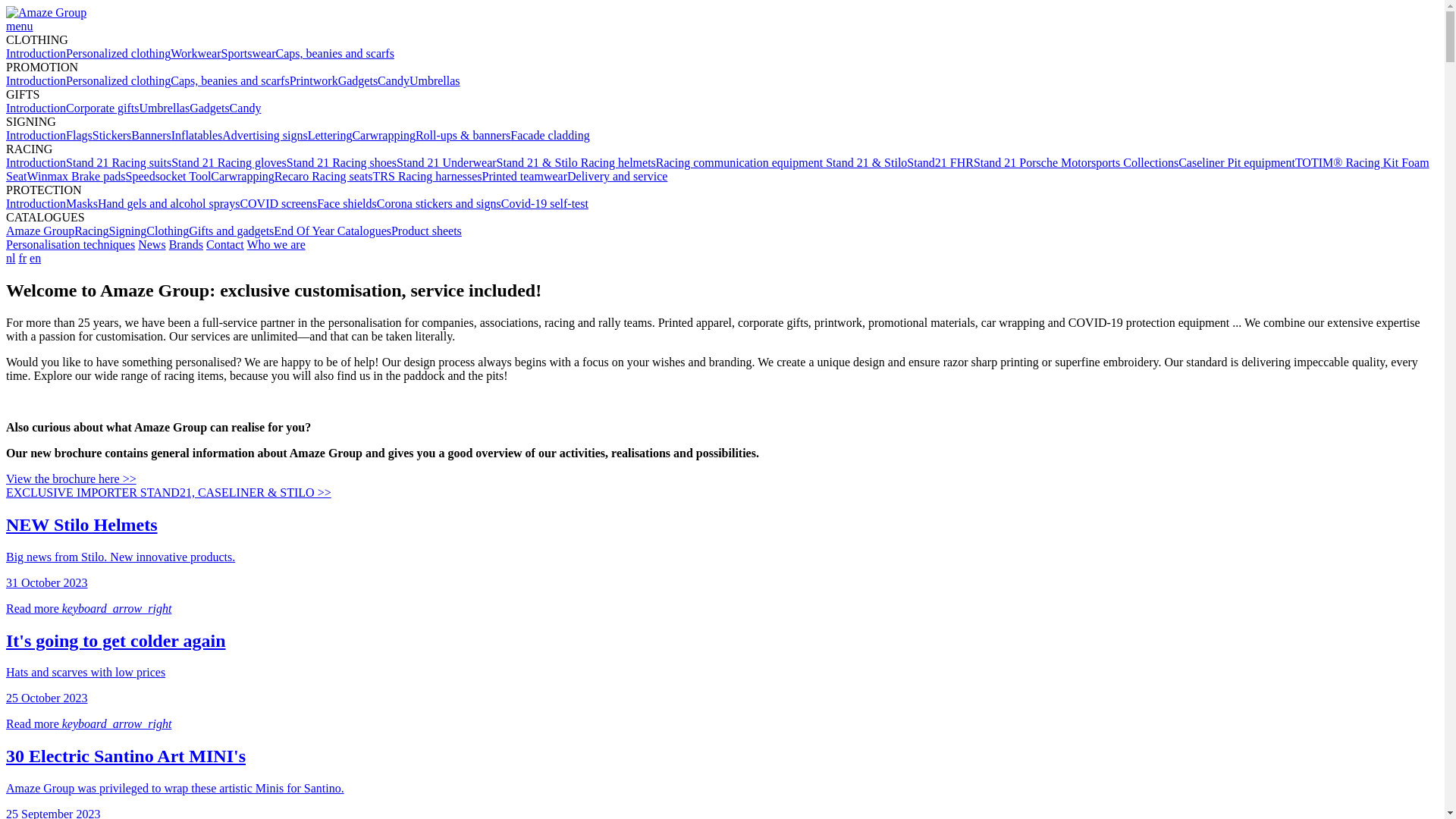 The width and height of the screenshot is (1456, 819). I want to click on 'Sportswear', so click(221, 52).